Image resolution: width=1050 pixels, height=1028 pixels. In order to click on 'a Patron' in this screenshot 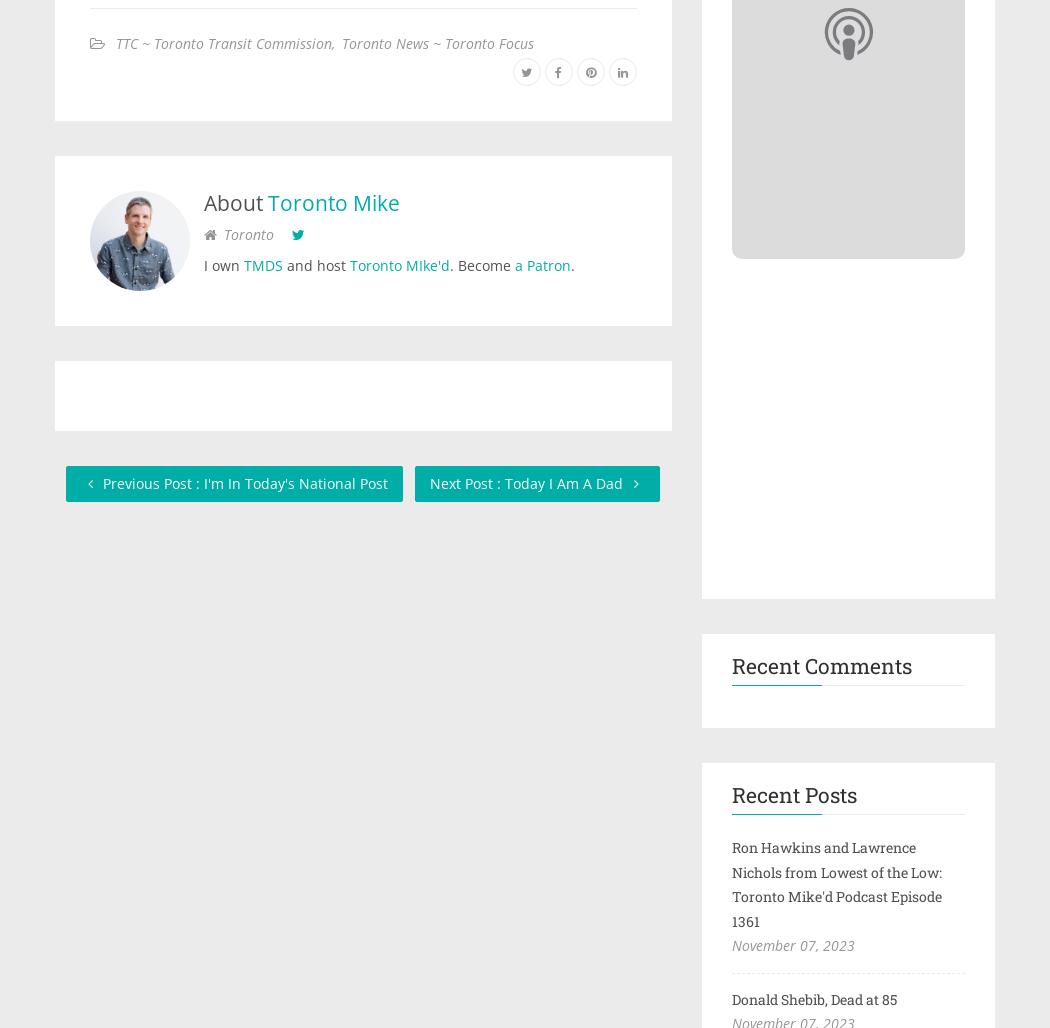, I will do `click(542, 265)`.